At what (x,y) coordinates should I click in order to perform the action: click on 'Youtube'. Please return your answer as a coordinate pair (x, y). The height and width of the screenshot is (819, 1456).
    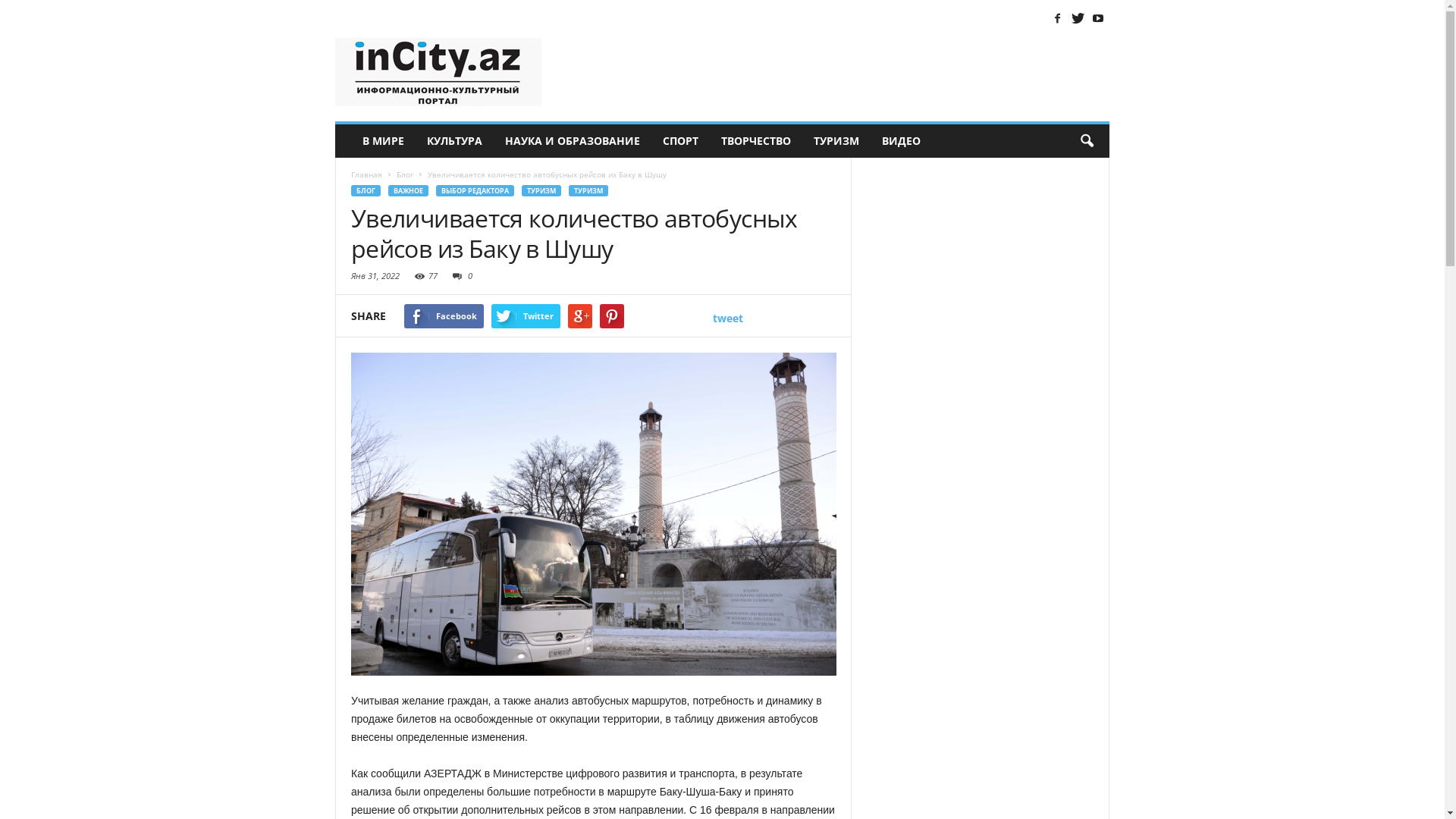
    Looking at the image, I should click on (1098, 17).